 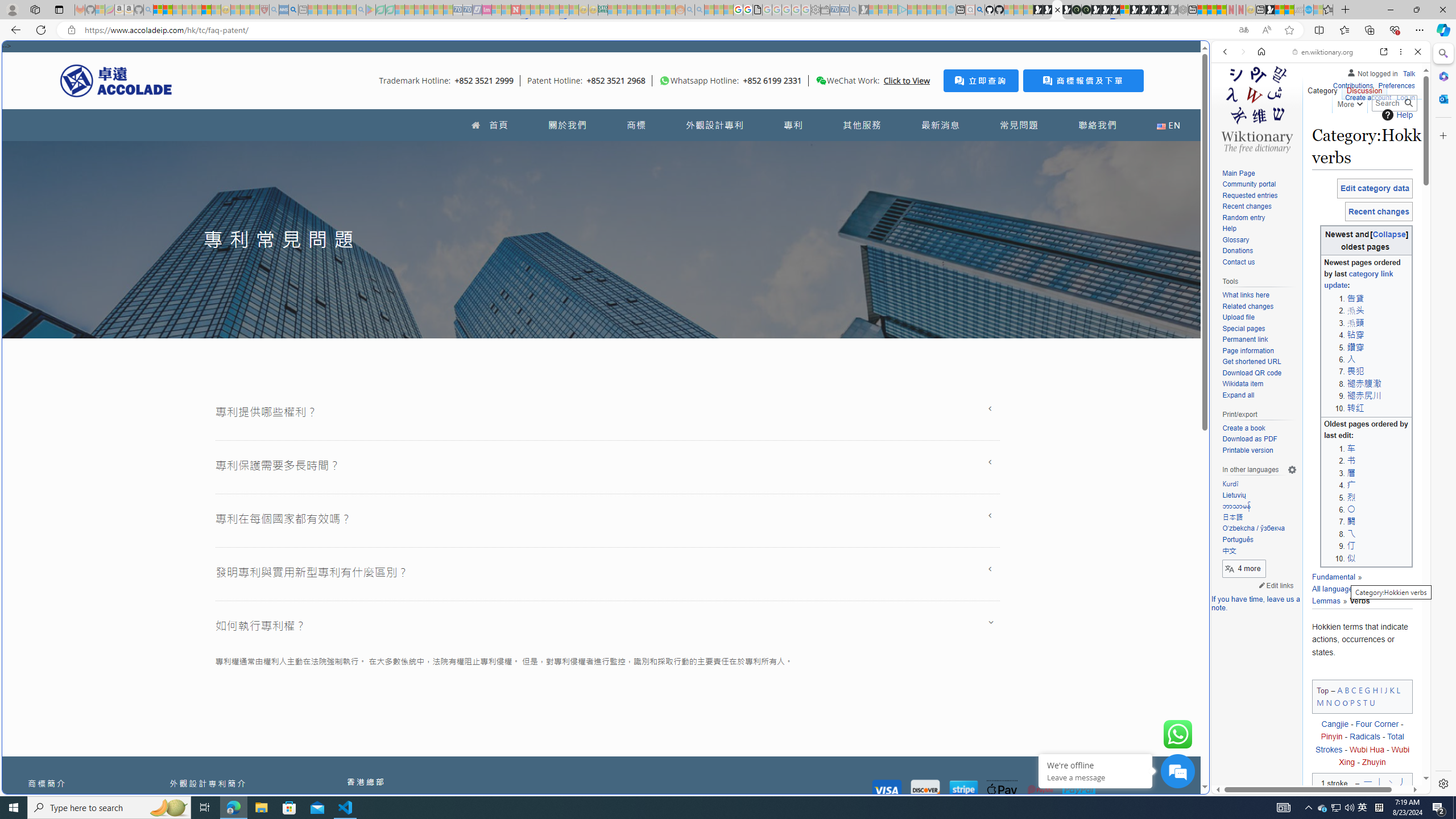 What do you see at coordinates (1243, 328) in the screenshot?
I see `'Special pages'` at bounding box center [1243, 328].